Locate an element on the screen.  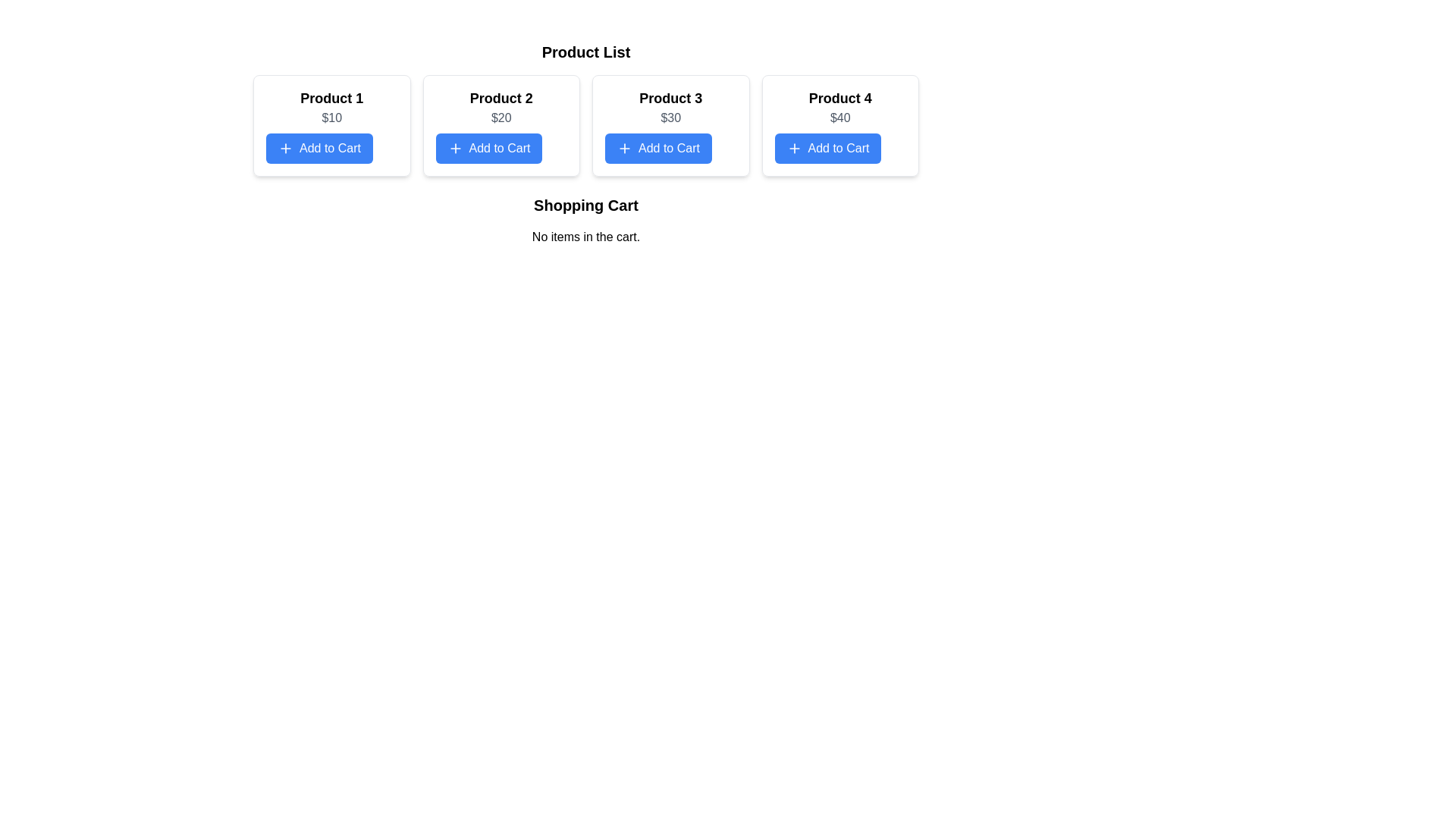
the icon to the left of the 'Add to Cart' text for the second product in the product list is located at coordinates (454, 149).